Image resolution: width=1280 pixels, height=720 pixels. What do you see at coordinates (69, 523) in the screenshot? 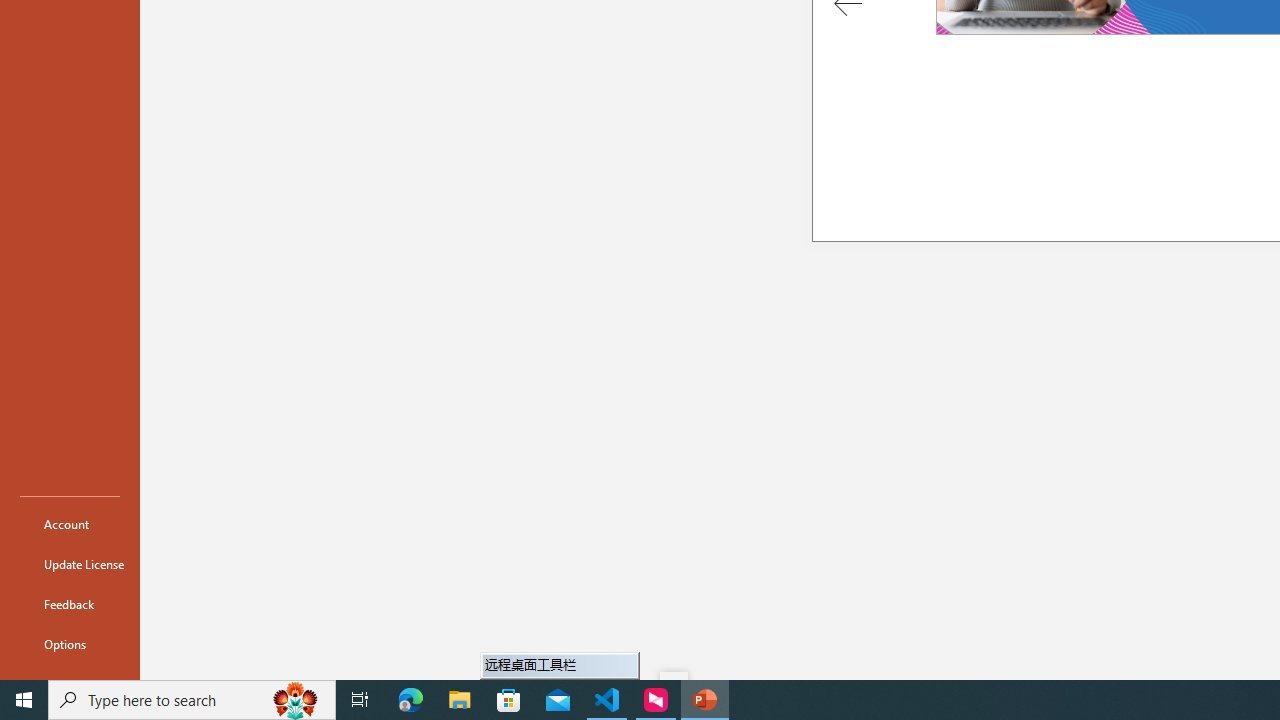
I see `'Account'` at bounding box center [69, 523].